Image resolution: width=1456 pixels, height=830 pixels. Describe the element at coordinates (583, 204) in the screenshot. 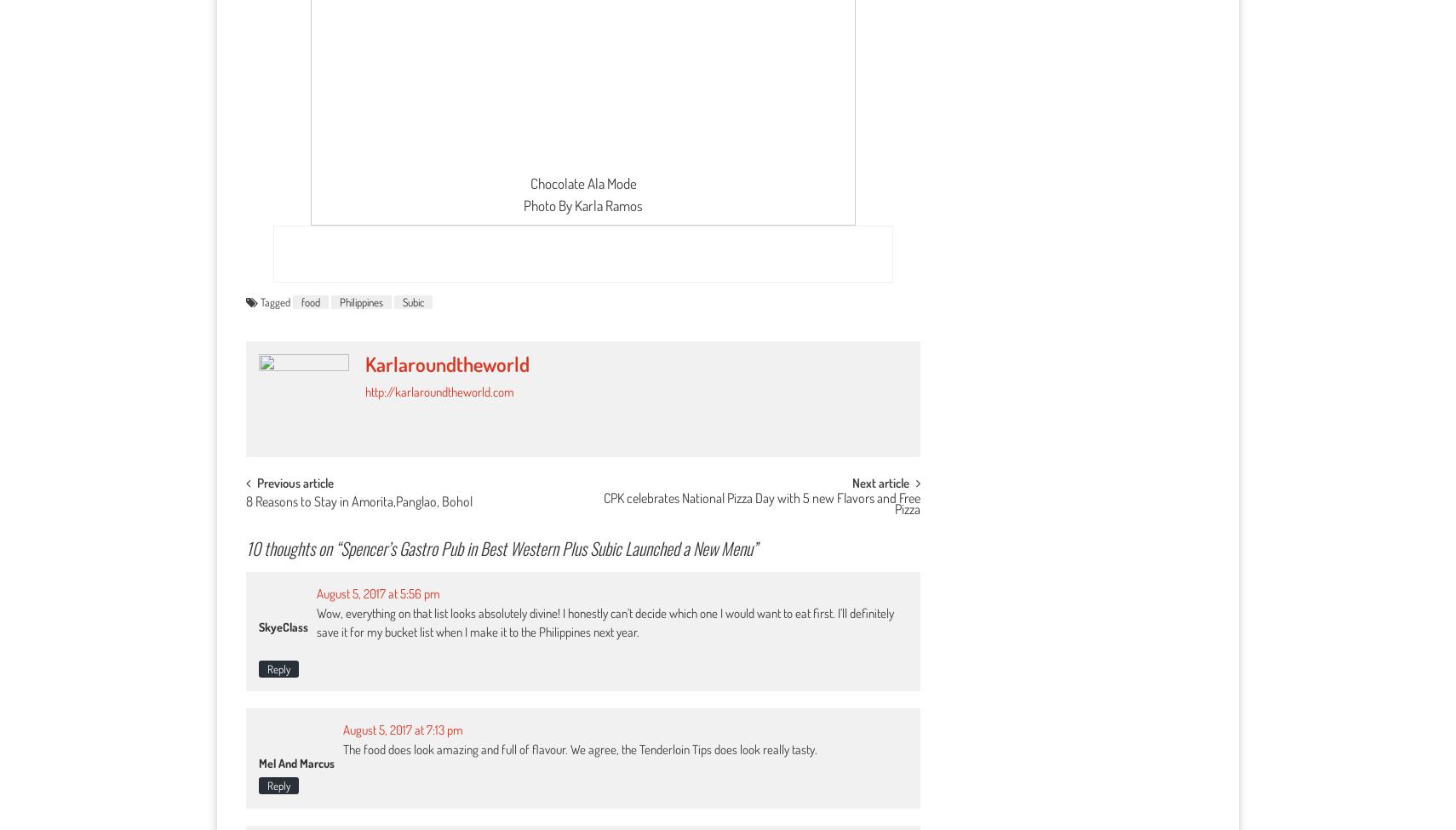

I see `'Photo By Karla Ramos'` at that location.